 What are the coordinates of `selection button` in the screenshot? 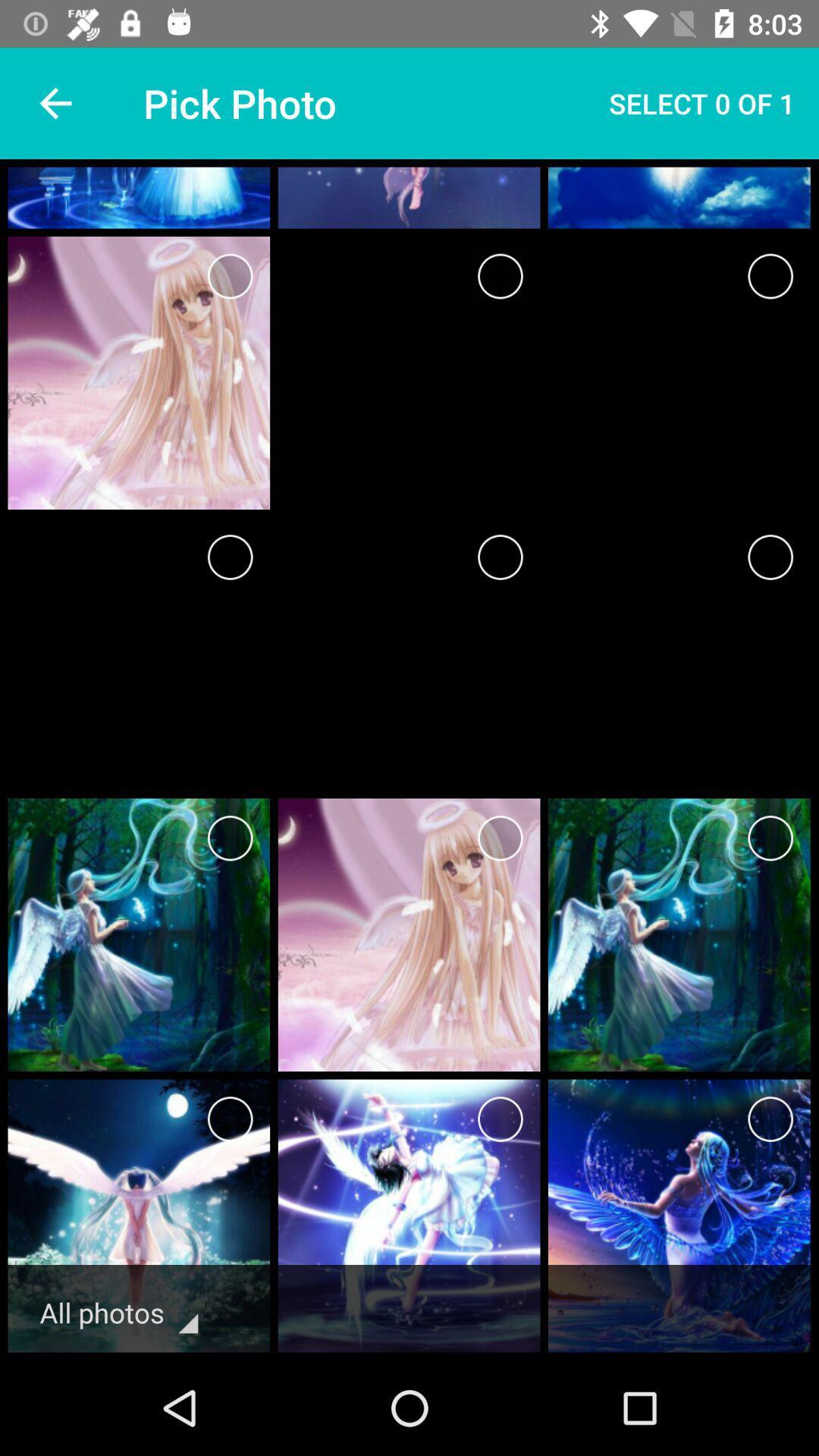 It's located at (770, 837).